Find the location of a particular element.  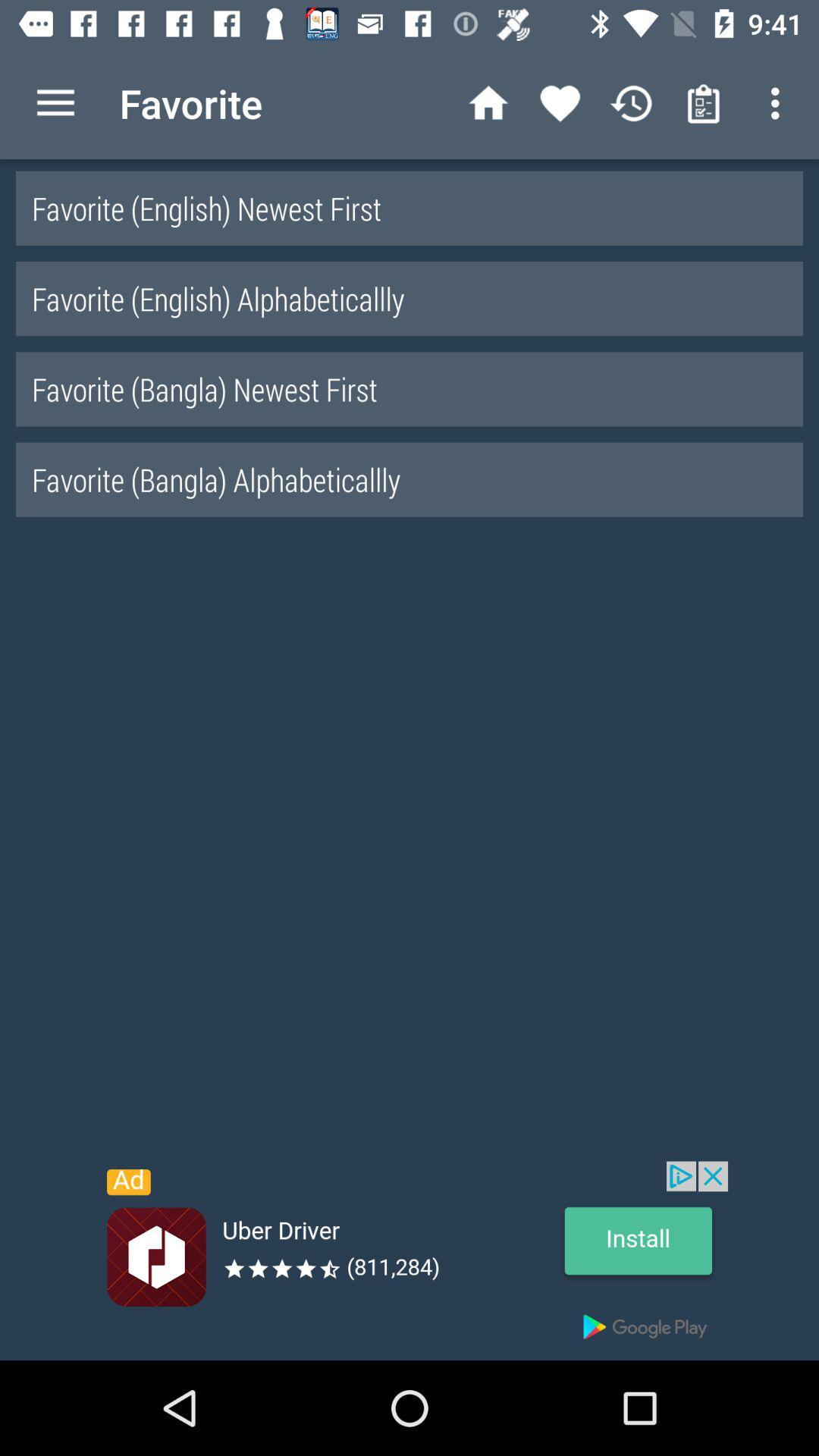

advertisement is located at coordinates (409, 1260).